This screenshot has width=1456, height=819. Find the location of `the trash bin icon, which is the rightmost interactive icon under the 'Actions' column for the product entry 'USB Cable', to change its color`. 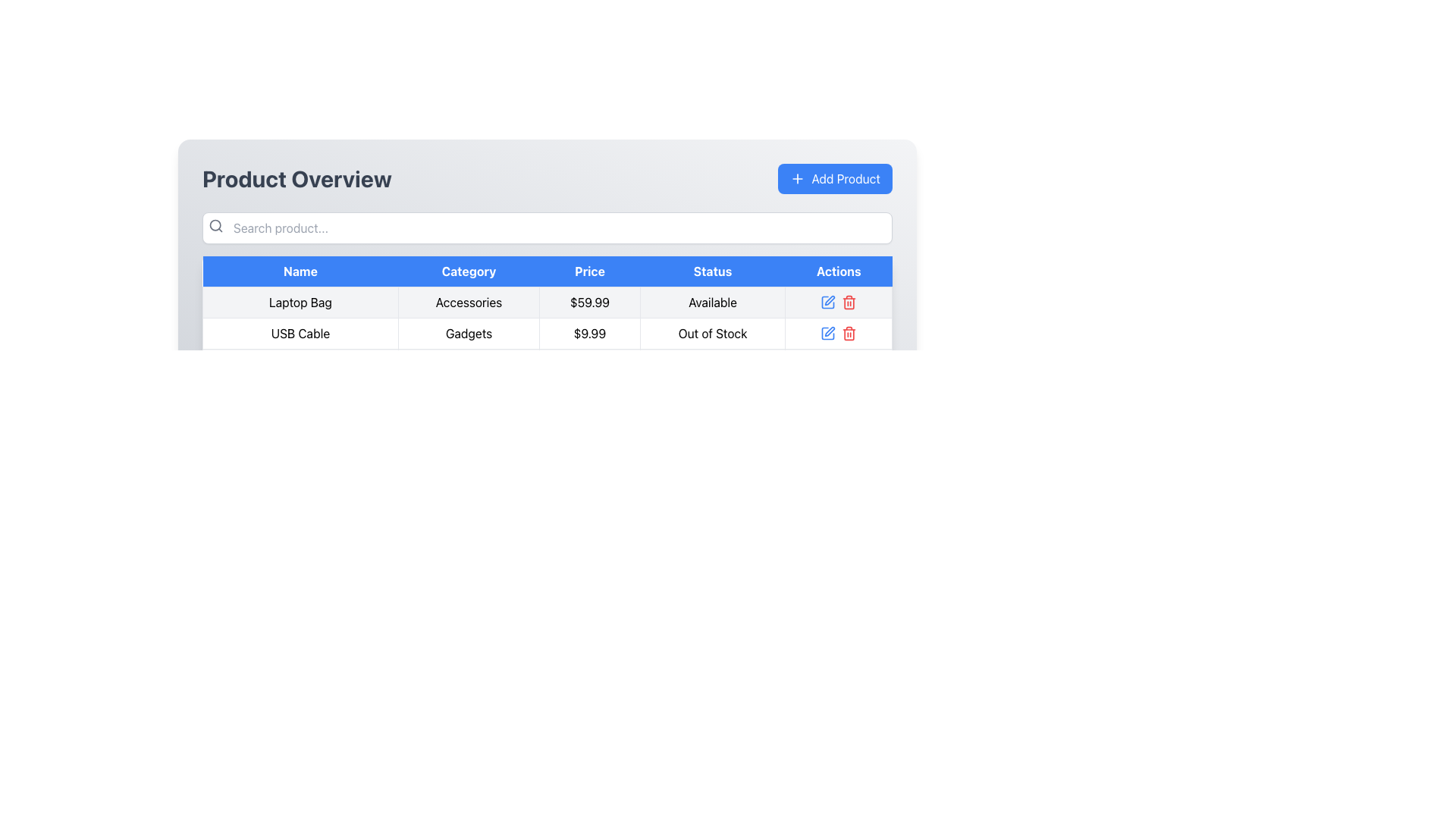

the trash bin icon, which is the rightmost interactive icon under the 'Actions' column for the product entry 'USB Cable', to change its color is located at coordinates (849, 302).